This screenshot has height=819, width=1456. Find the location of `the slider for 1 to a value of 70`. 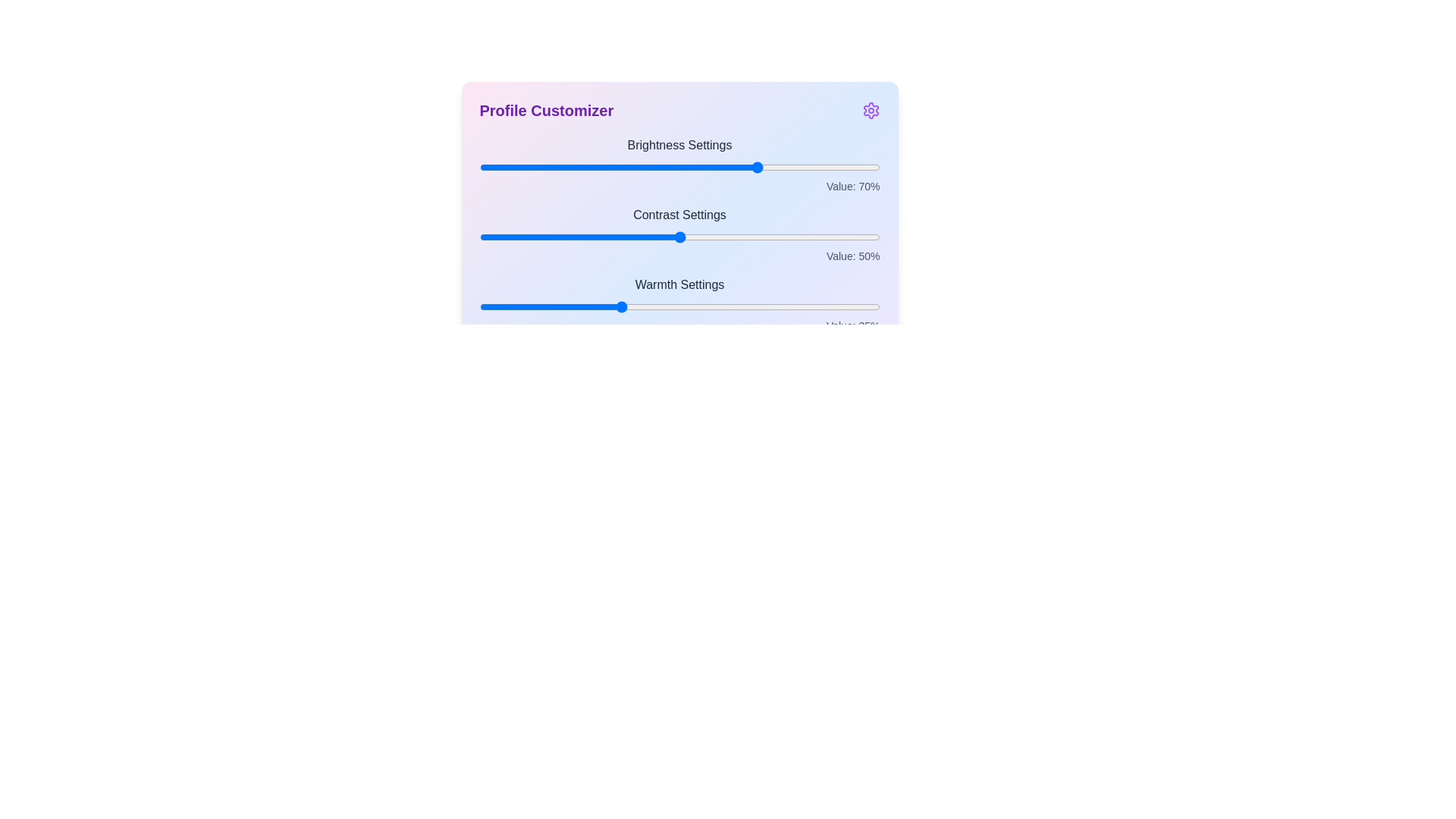

the slider for 1 to a value of 70 is located at coordinates (760, 237).